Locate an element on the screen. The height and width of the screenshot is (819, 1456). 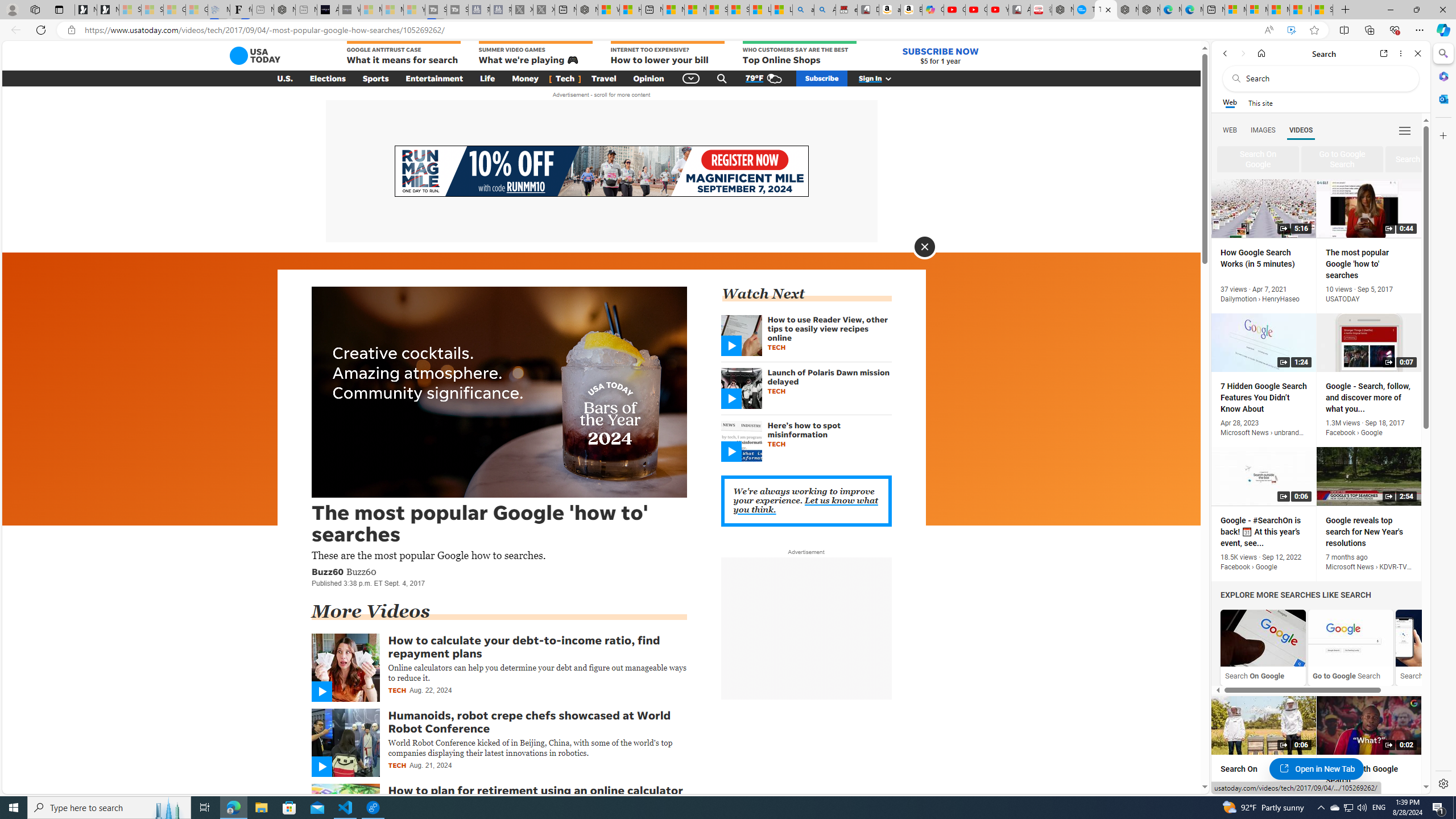
'Go to Google Search' is located at coordinates (1350, 647).